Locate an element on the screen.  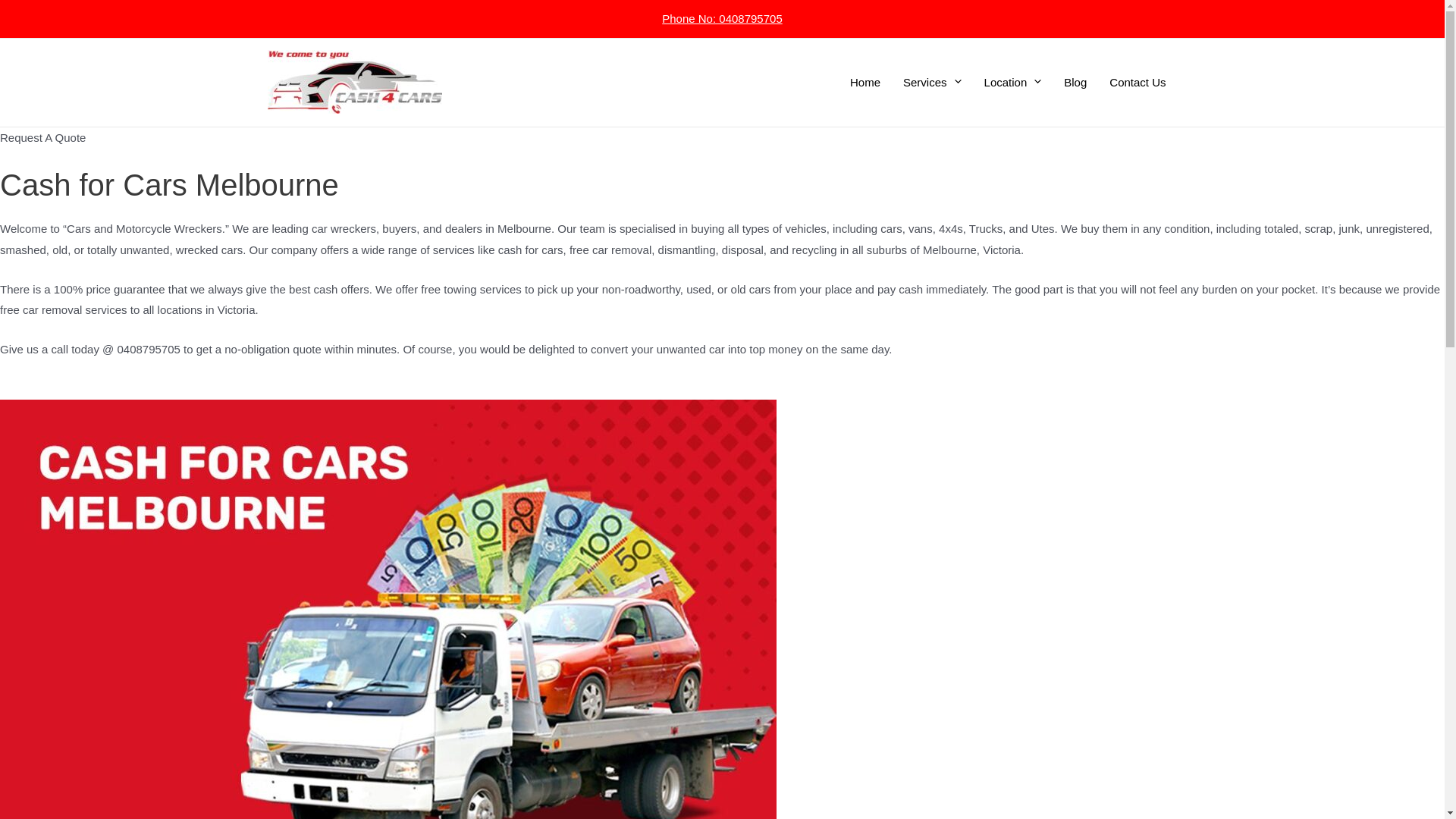
'Blog' is located at coordinates (1074, 82).